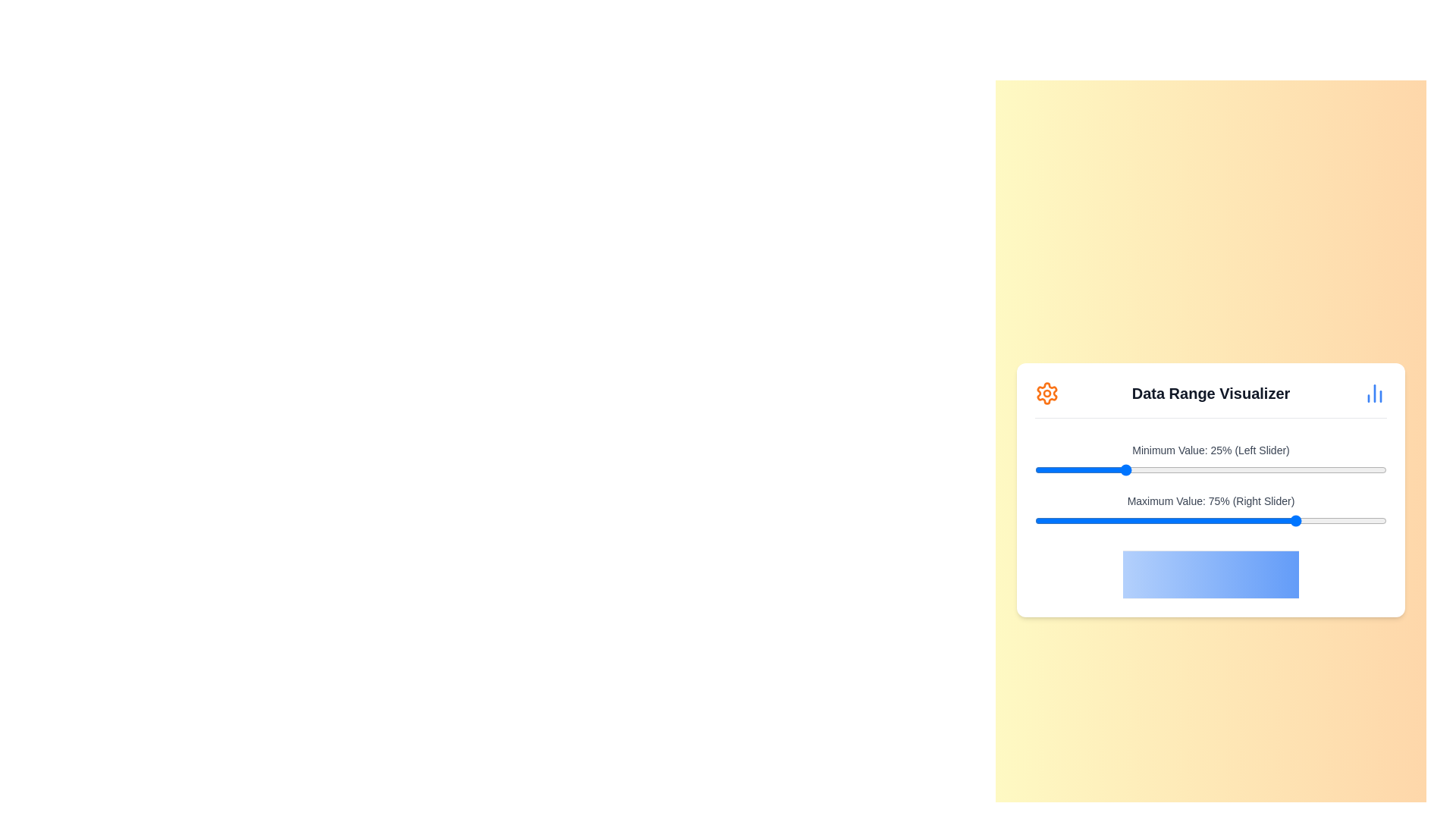  Describe the element at coordinates (1178, 519) in the screenshot. I see `the slider` at that location.